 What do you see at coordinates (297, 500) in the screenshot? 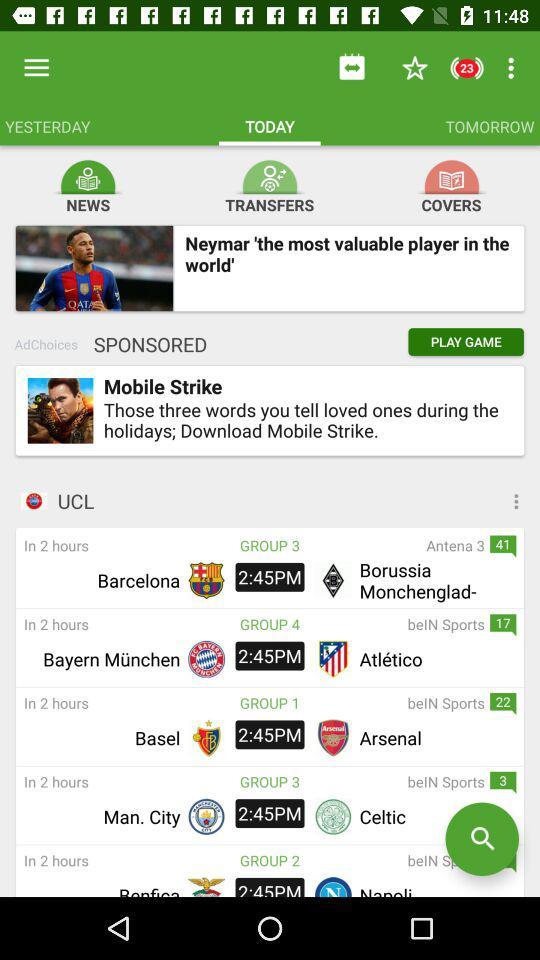
I see `the ucl` at bounding box center [297, 500].